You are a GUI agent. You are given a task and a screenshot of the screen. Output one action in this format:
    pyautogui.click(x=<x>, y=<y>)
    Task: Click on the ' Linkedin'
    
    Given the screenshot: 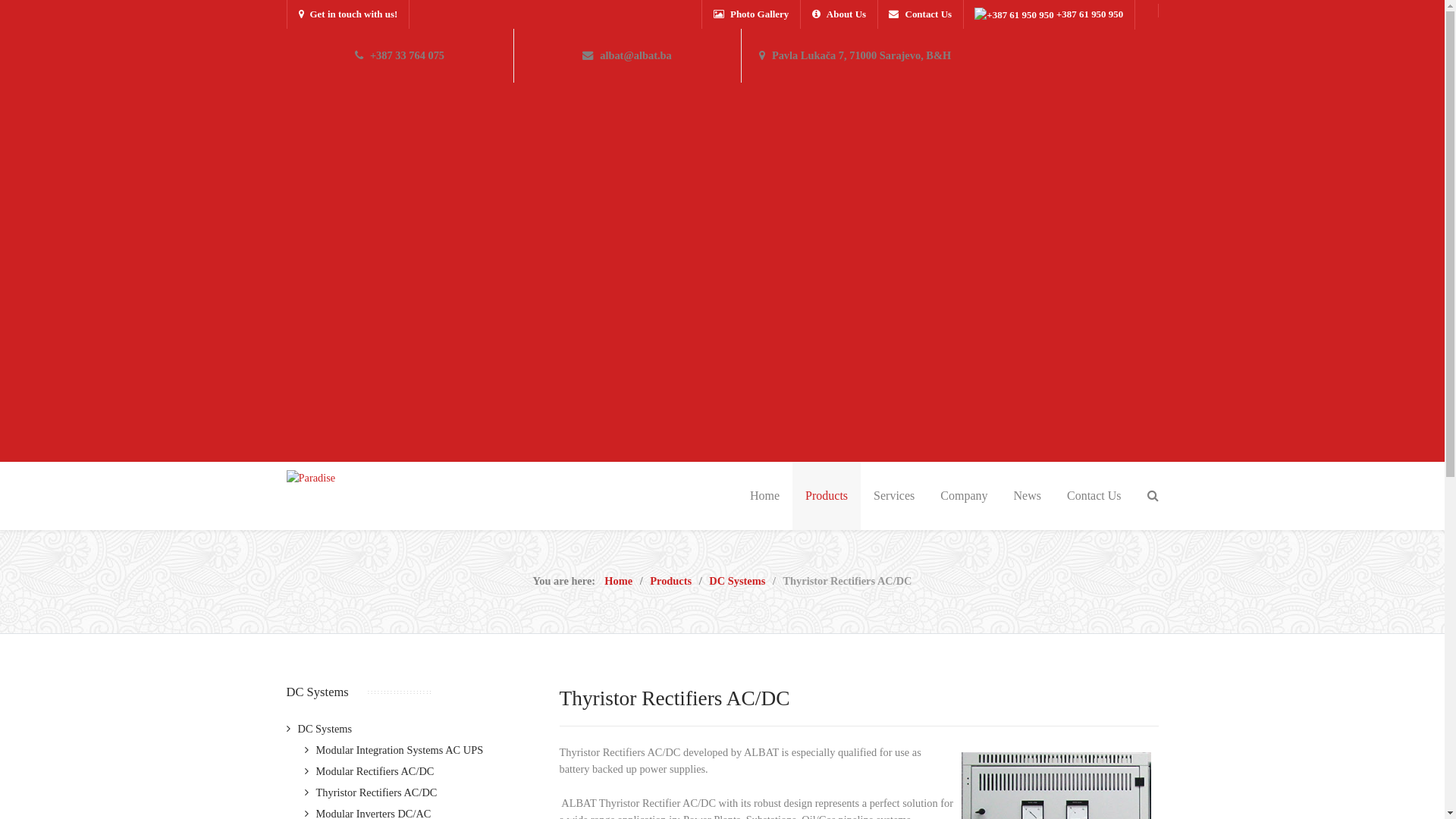 What is the action you would take?
    pyautogui.click(x=1112, y=783)
    